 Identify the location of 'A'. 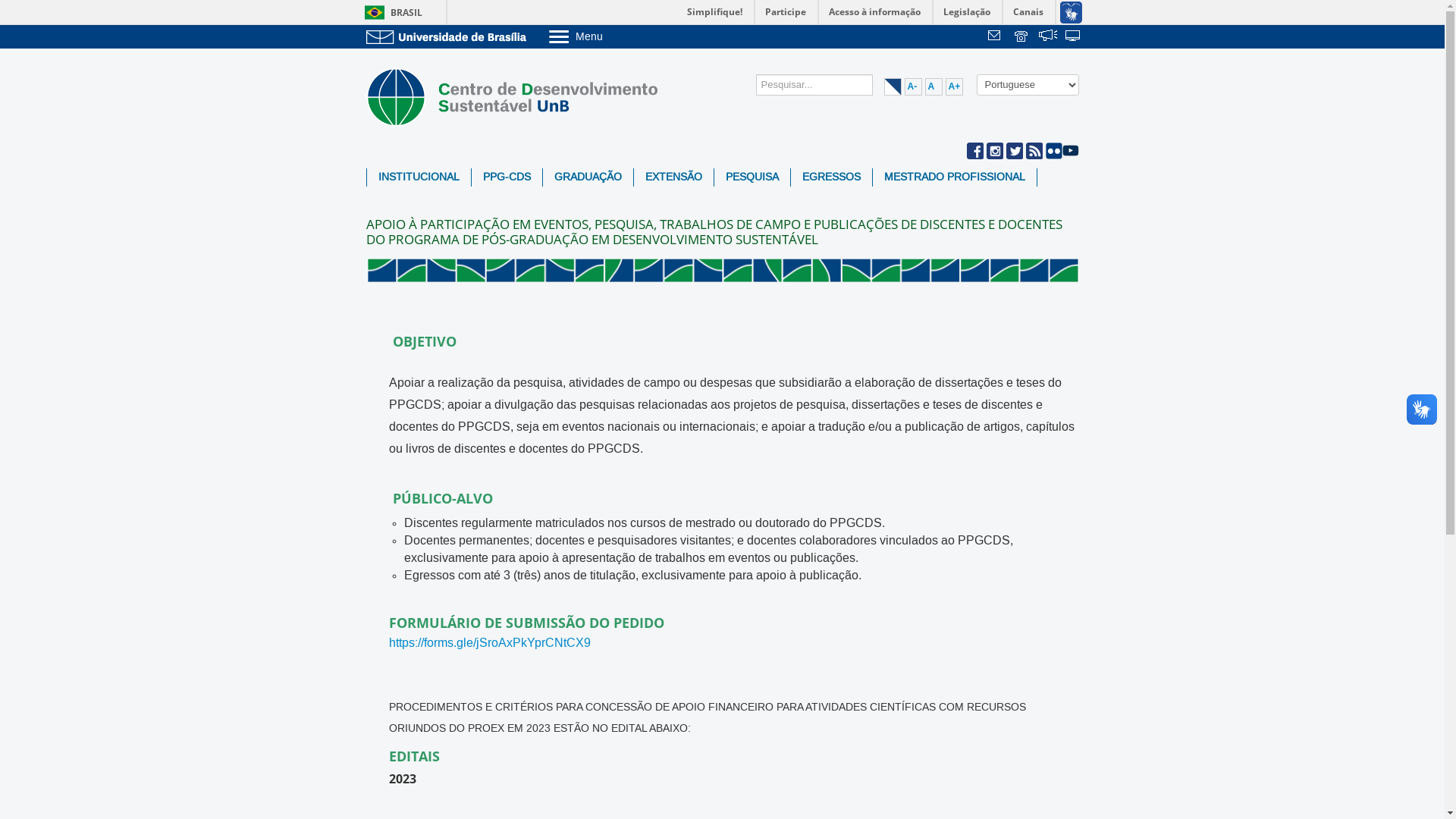
(933, 86).